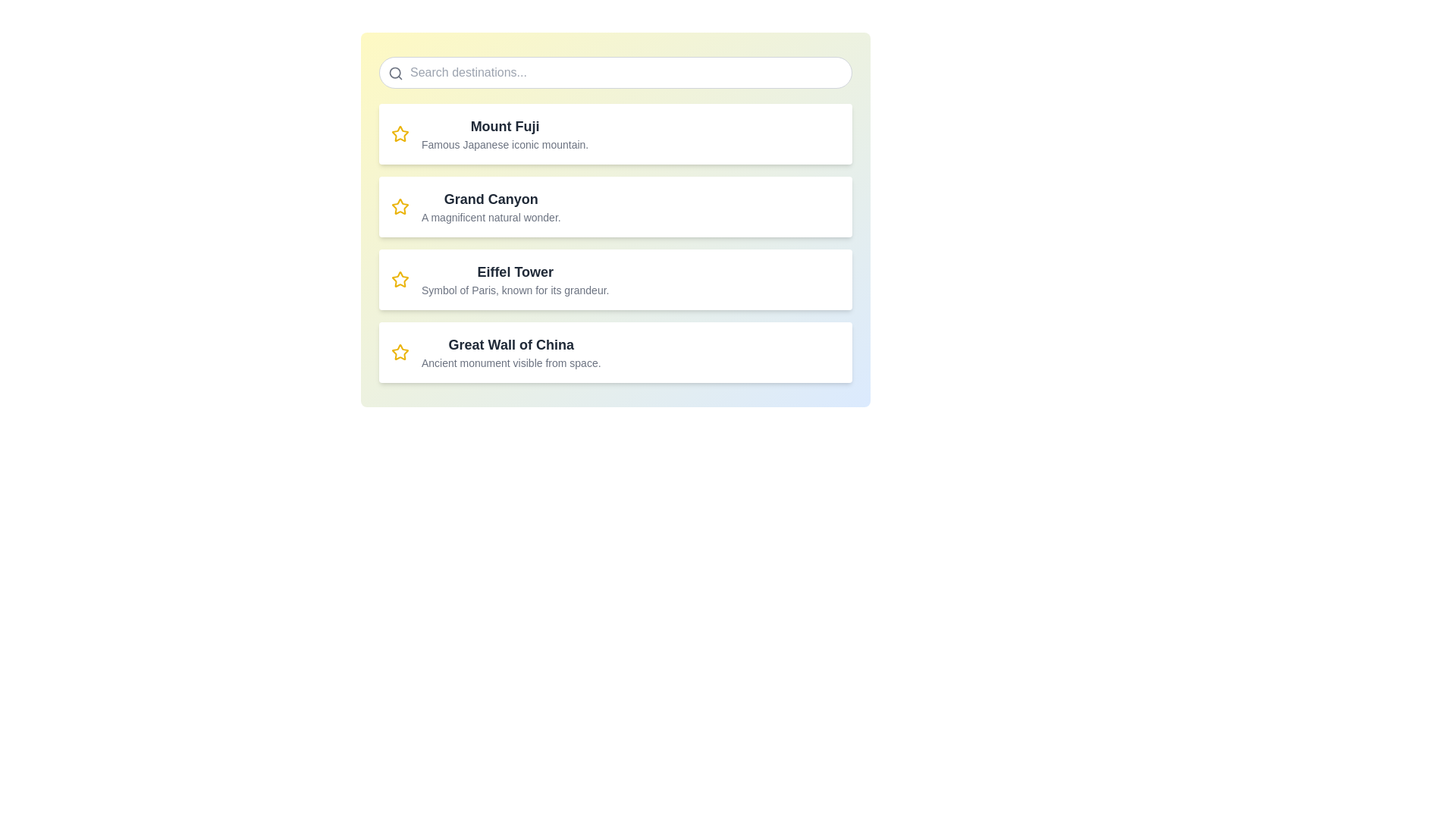 Image resolution: width=1456 pixels, height=819 pixels. Describe the element at coordinates (505, 145) in the screenshot. I see `the static text label that reads 'Famous Japanese iconic mountain', which is styled in a smaller gray font and positioned directly below the title 'Mount Fuji'` at that location.